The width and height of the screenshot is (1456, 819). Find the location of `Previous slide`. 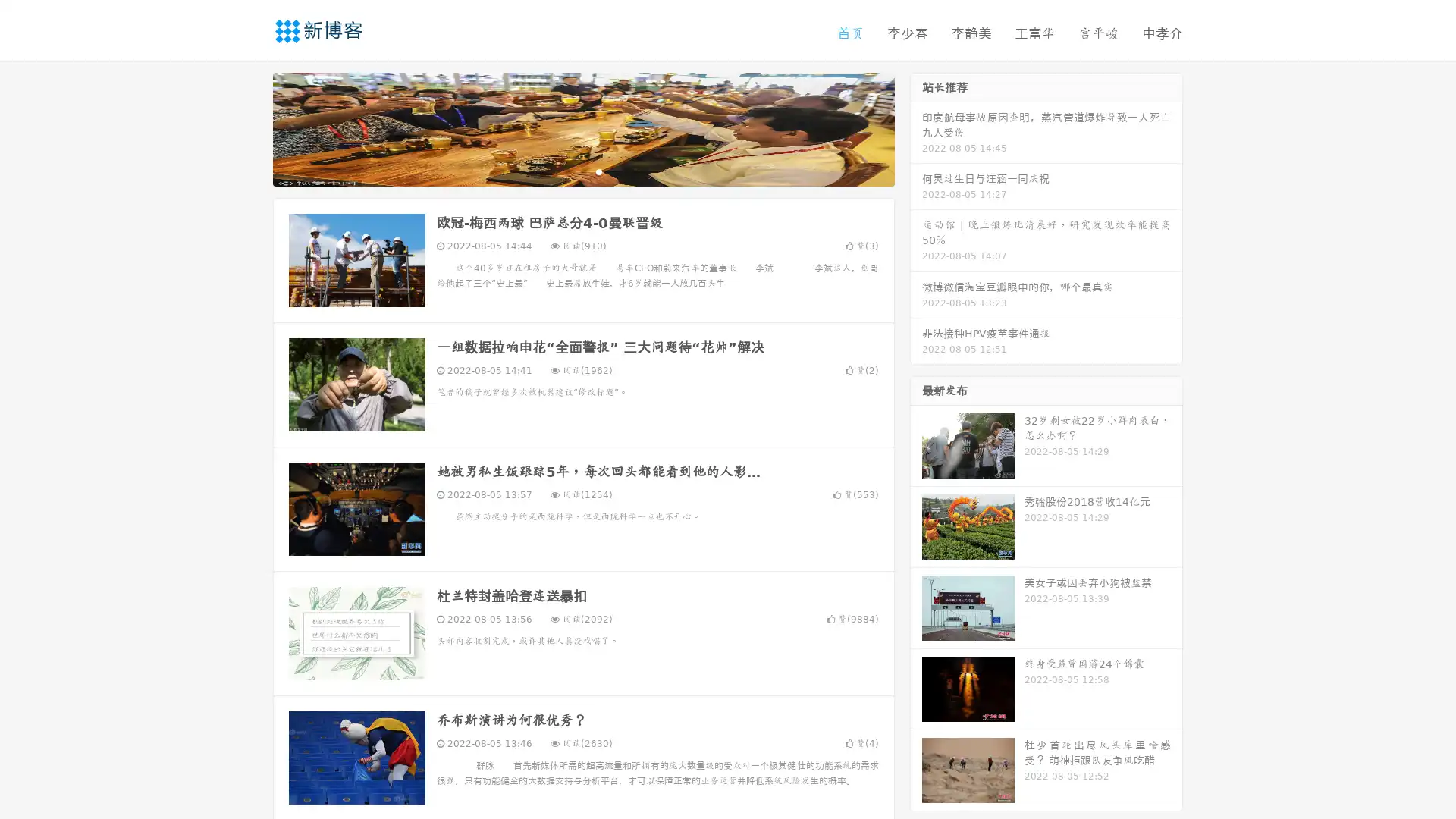

Previous slide is located at coordinates (250, 127).